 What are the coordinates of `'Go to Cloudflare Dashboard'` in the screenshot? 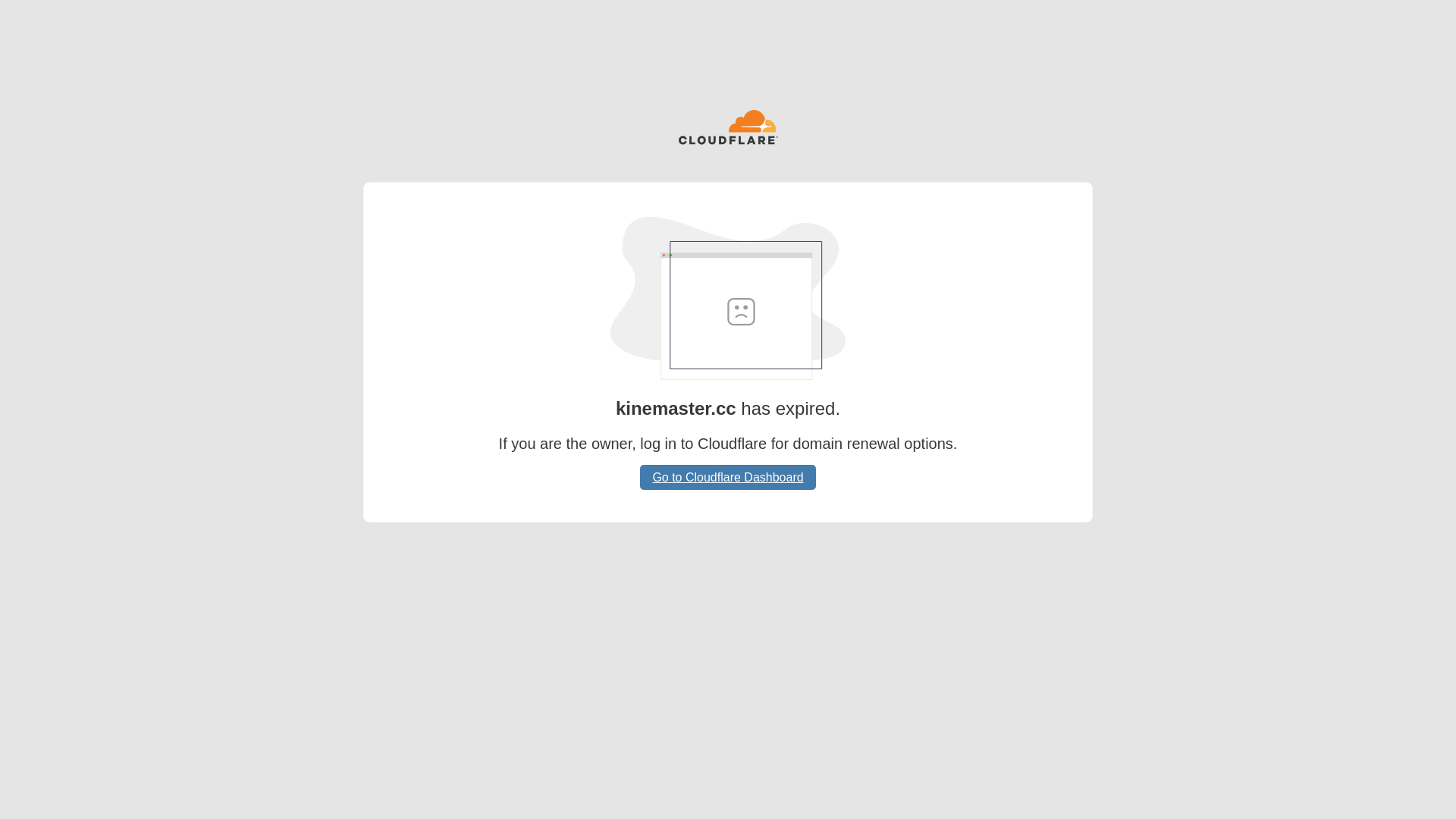 It's located at (726, 476).